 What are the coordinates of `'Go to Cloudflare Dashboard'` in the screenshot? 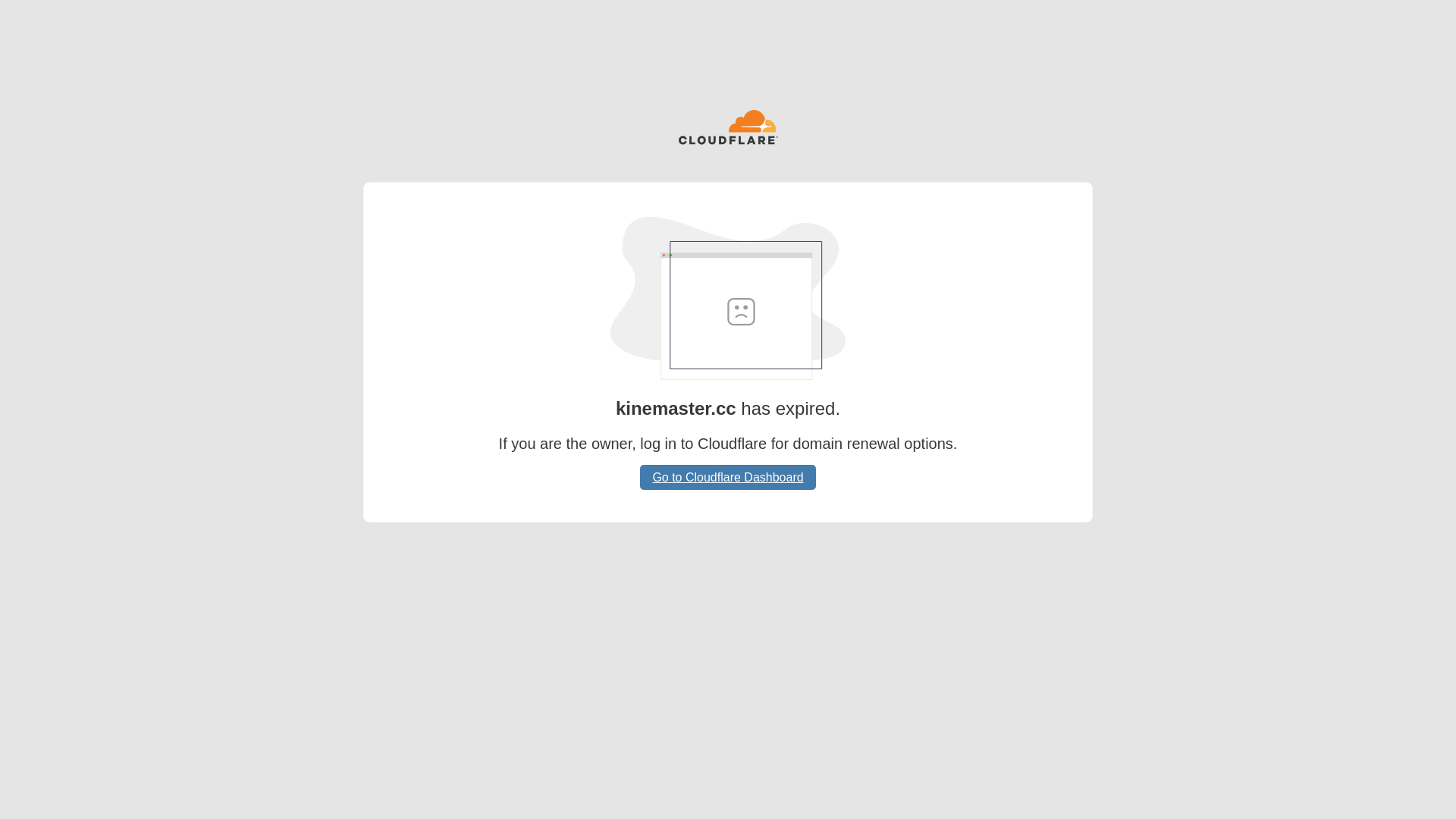 It's located at (726, 476).